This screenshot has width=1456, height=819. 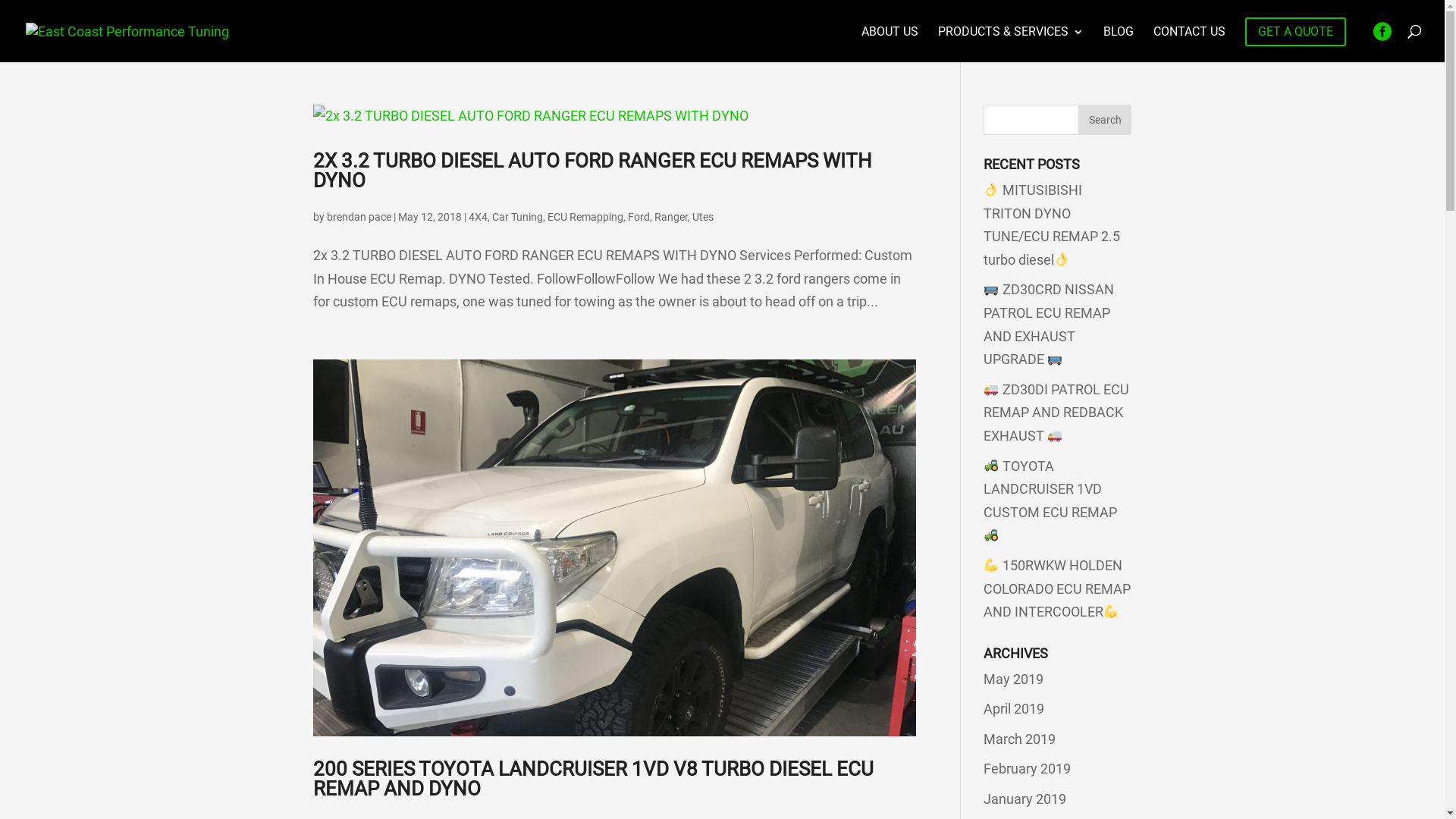 What do you see at coordinates (1055, 412) in the screenshot?
I see `'ZD30DI PATROL ECU REMAP AND REDBACK EXHAUST'` at bounding box center [1055, 412].